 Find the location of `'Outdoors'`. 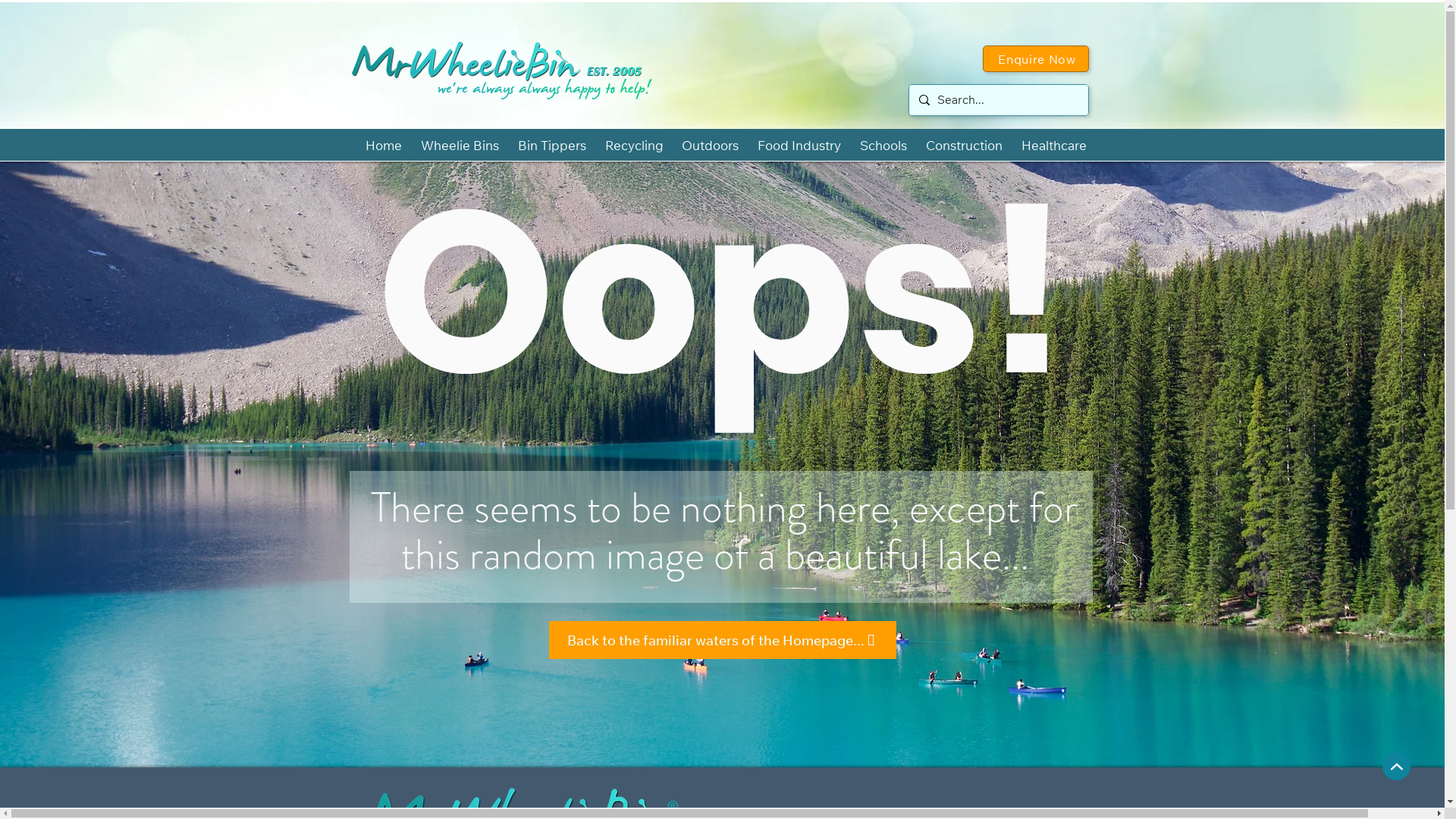

'Outdoors' is located at coordinates (709, 145).